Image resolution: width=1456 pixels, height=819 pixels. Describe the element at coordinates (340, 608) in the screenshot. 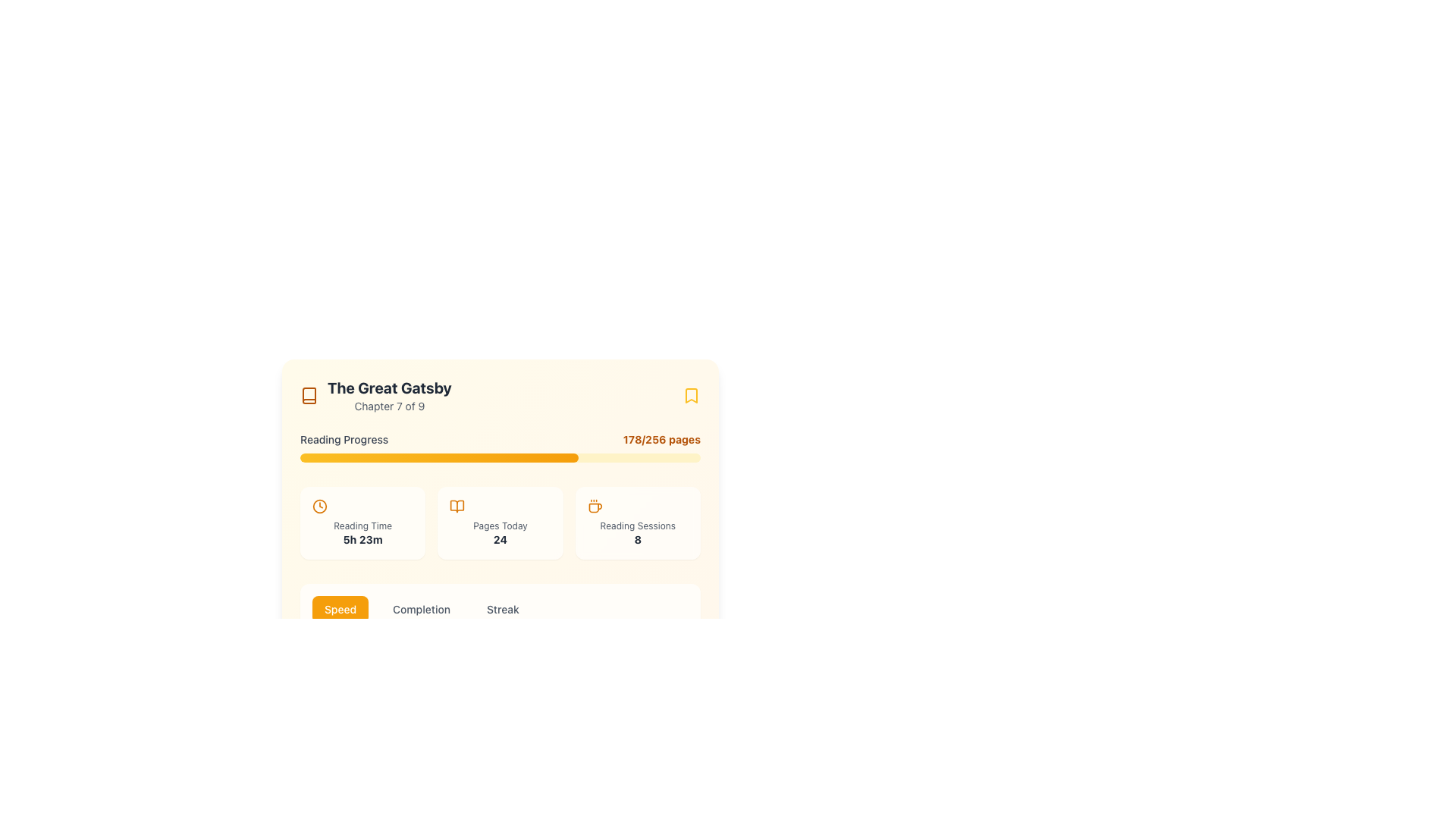

I see `the button located at the far left of a row of three buttons, which selects the 'Speed' section` at that location.